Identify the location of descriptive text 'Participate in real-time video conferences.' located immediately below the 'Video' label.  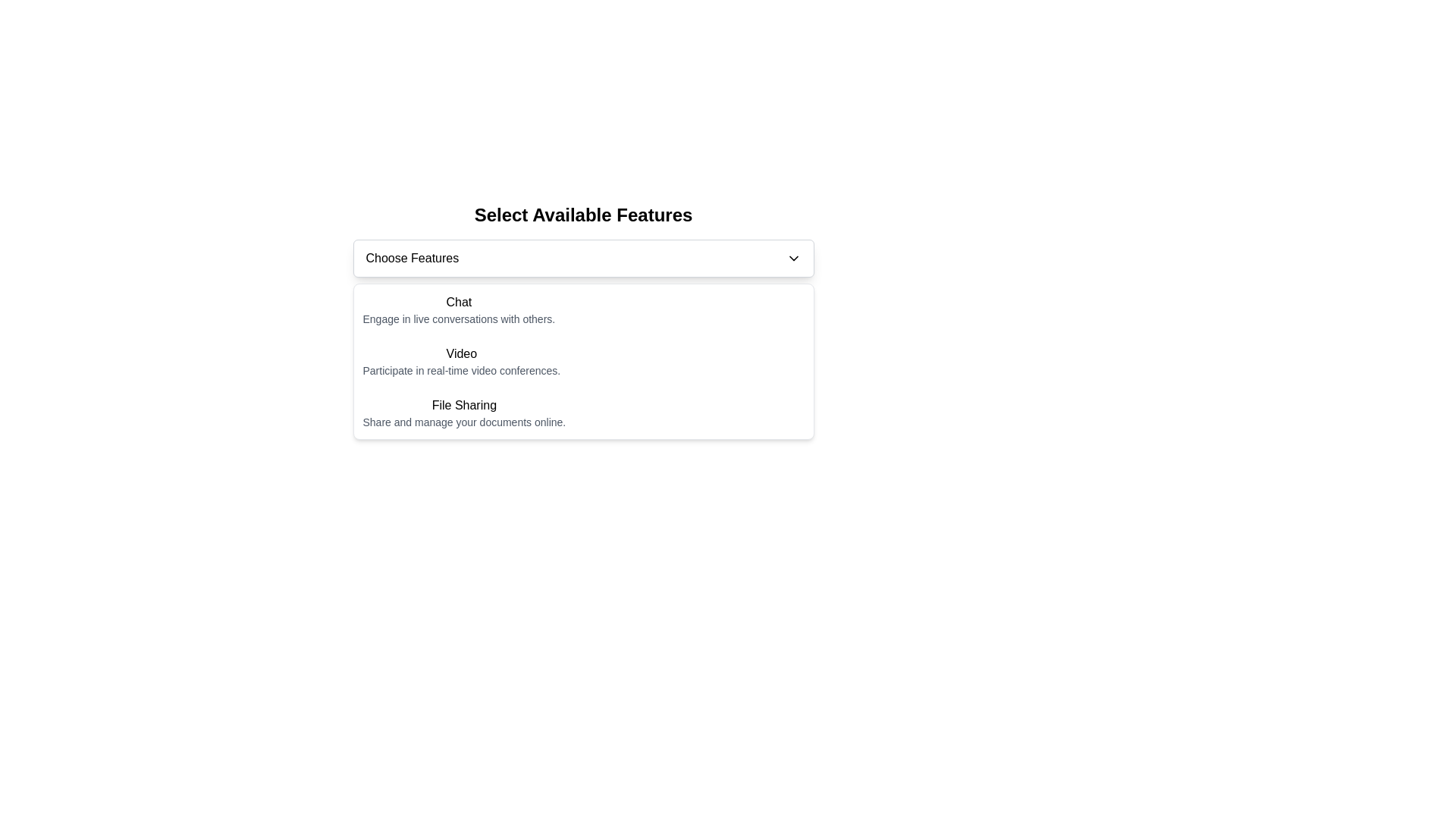
(460, 371).